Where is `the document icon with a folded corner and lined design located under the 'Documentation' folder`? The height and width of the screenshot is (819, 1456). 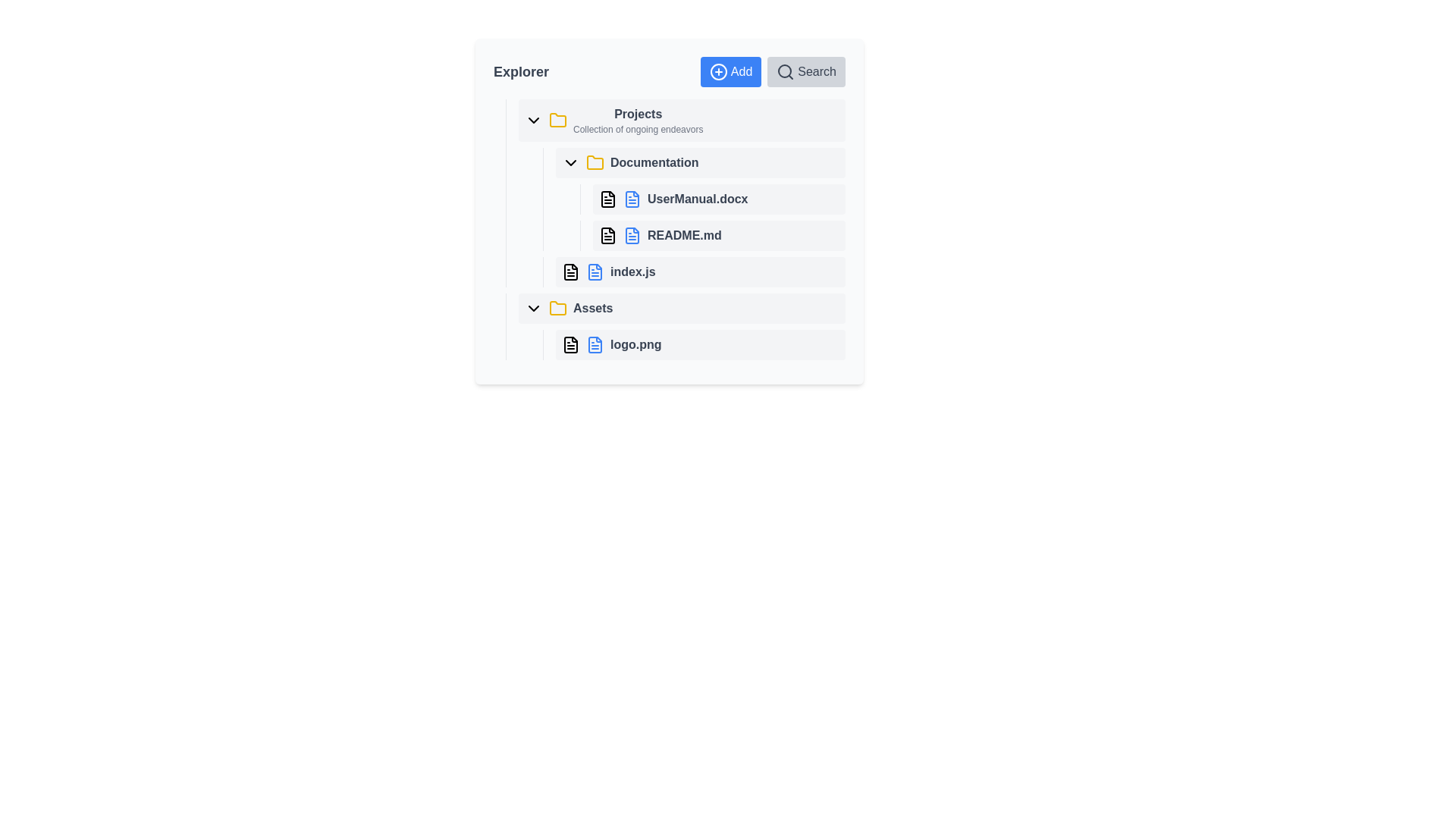 the document icon with a folded corner and lined design located under the 'Documentation' folder is located at coordinates (607, 236).